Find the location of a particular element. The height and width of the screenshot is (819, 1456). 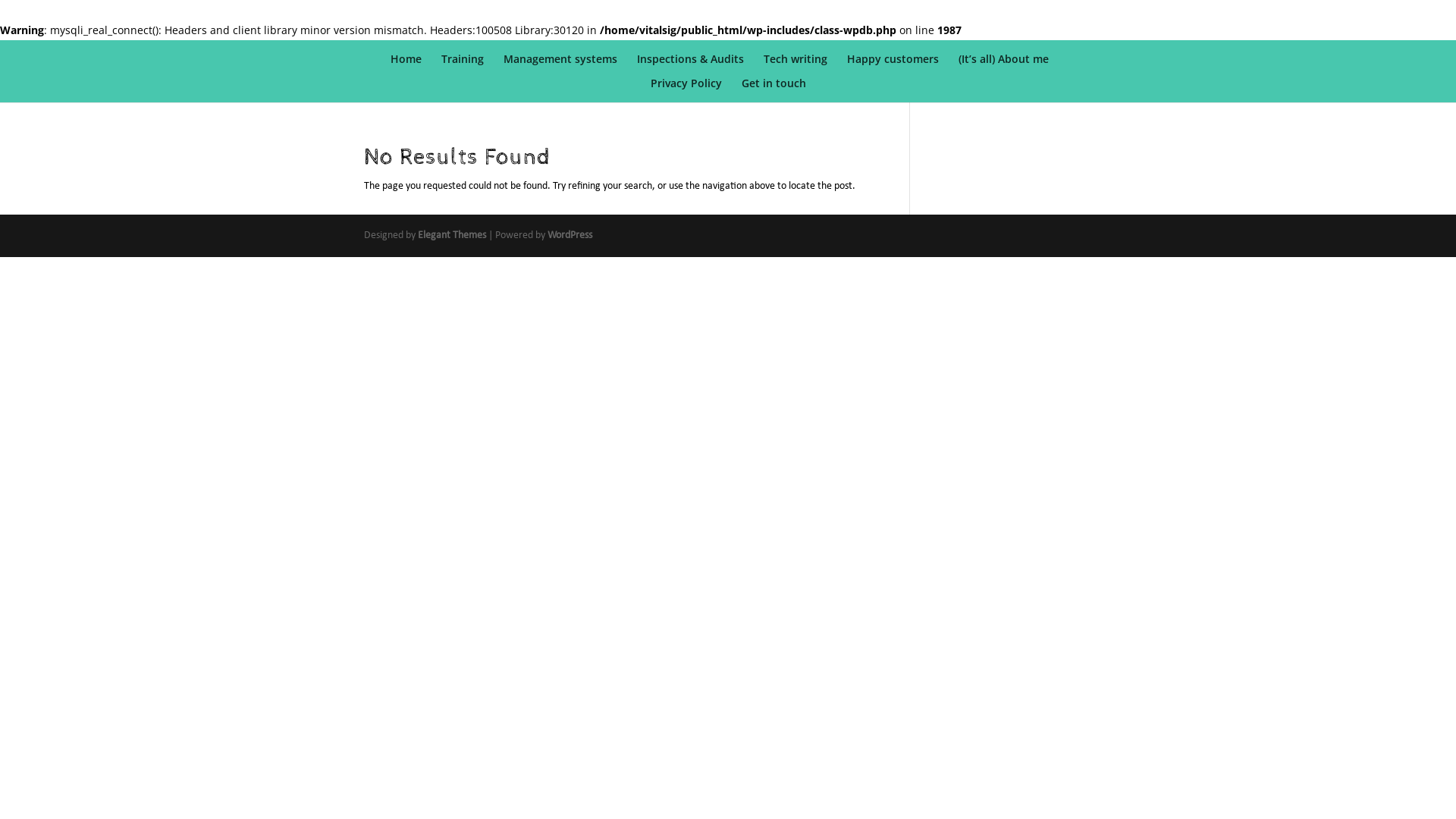

'Training' is located at coordinates (461, 65).